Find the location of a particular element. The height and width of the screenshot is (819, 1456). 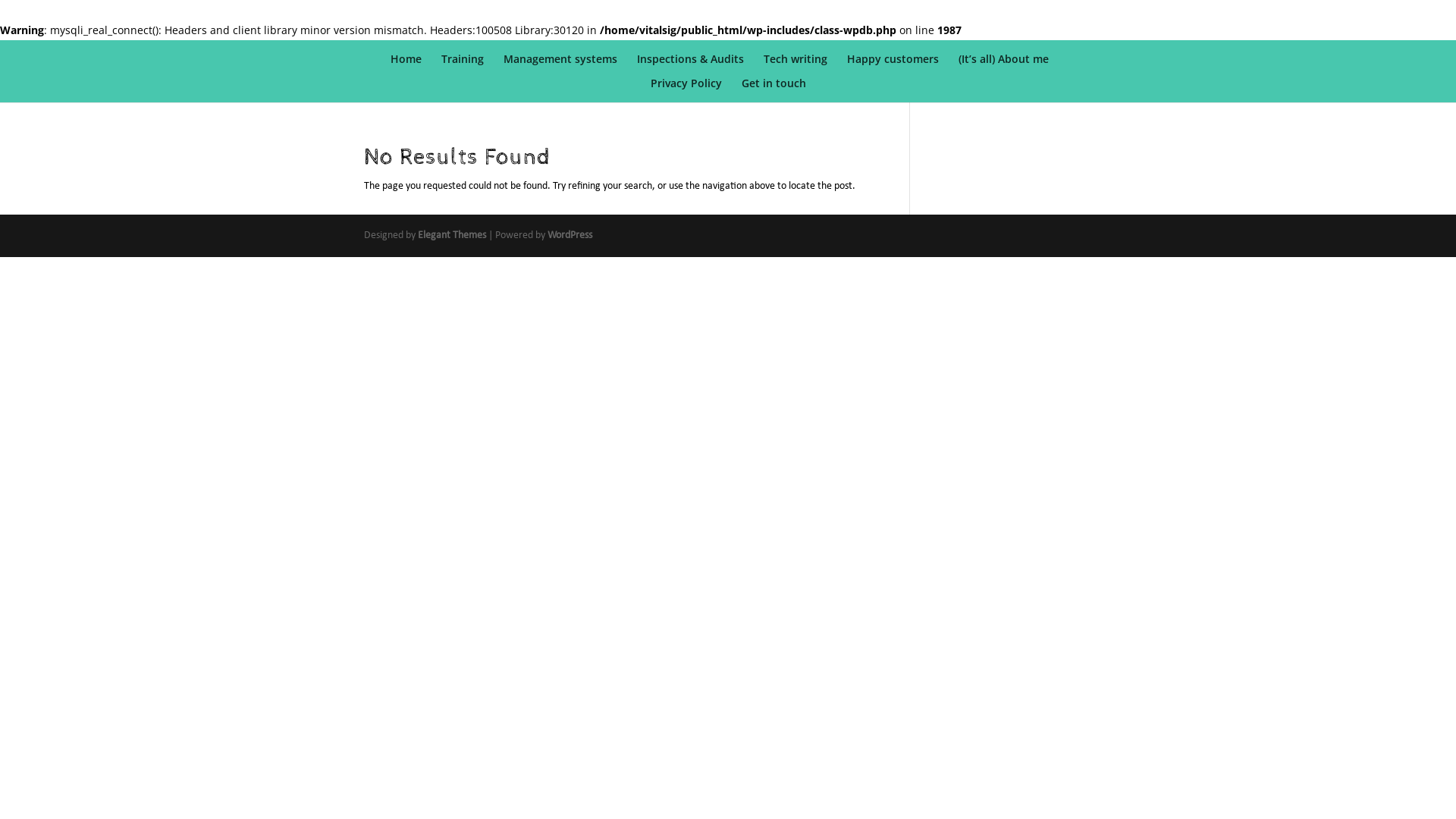

'Training' is located at coordinates (461, 65).